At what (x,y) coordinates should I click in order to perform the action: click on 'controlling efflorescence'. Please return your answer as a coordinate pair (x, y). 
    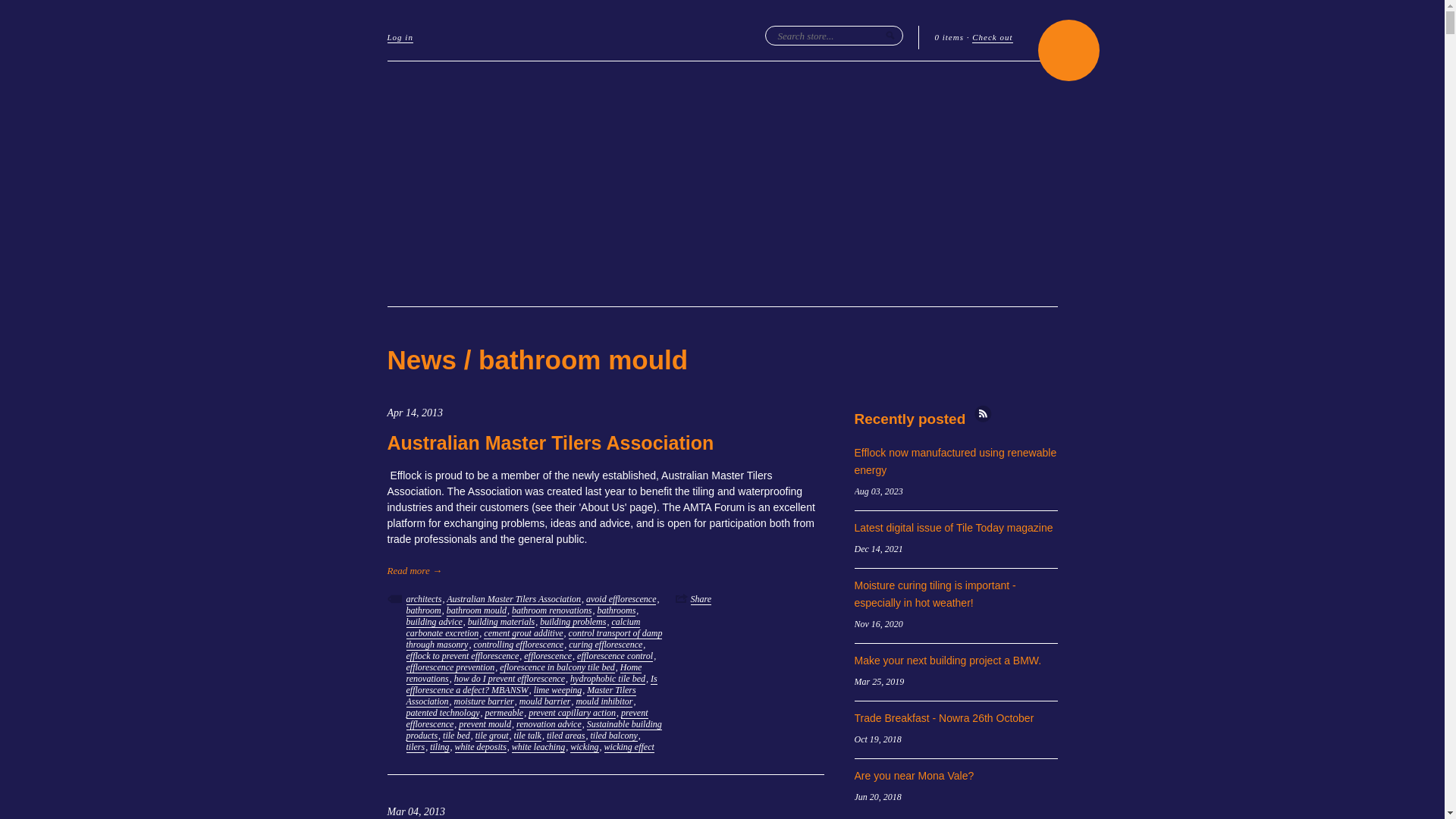
    Looking at the image, I should click on (518, 645).